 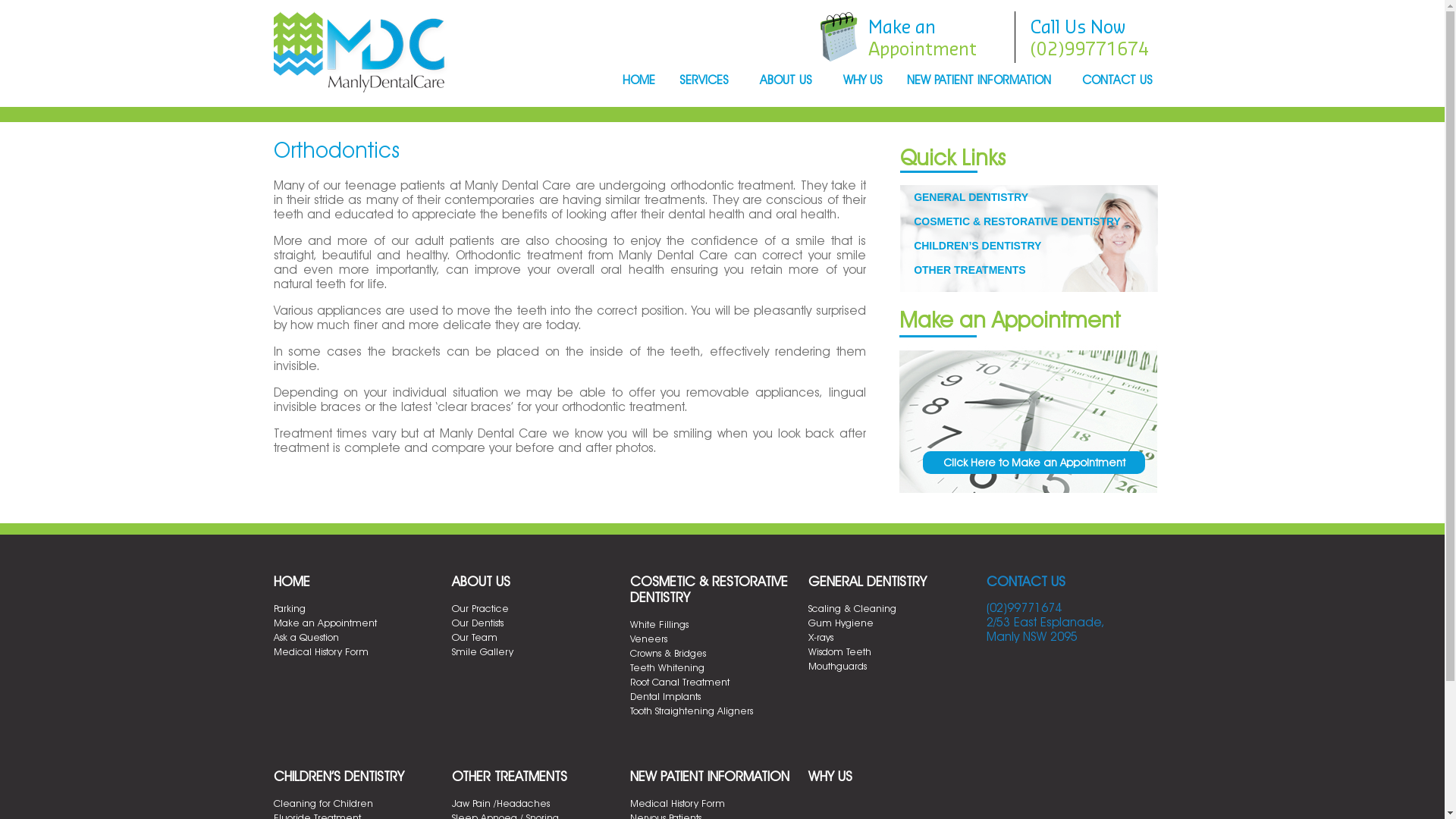 What do you see at coordinates (839, 623) in the screenshot?
I see `'Gum Hygiene'` at bounding box center [839, 623].